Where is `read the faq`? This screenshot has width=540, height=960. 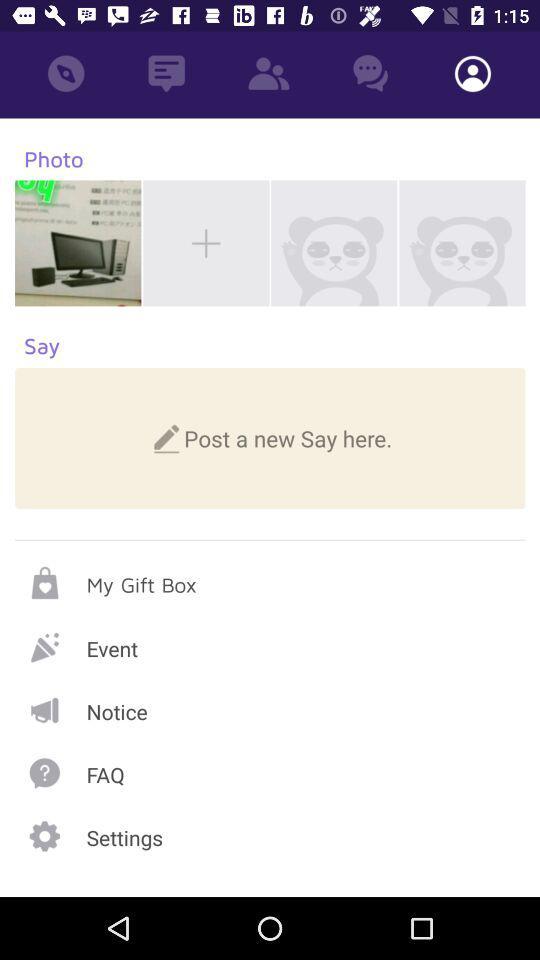
read the faq is located at coordinates (270, 772).